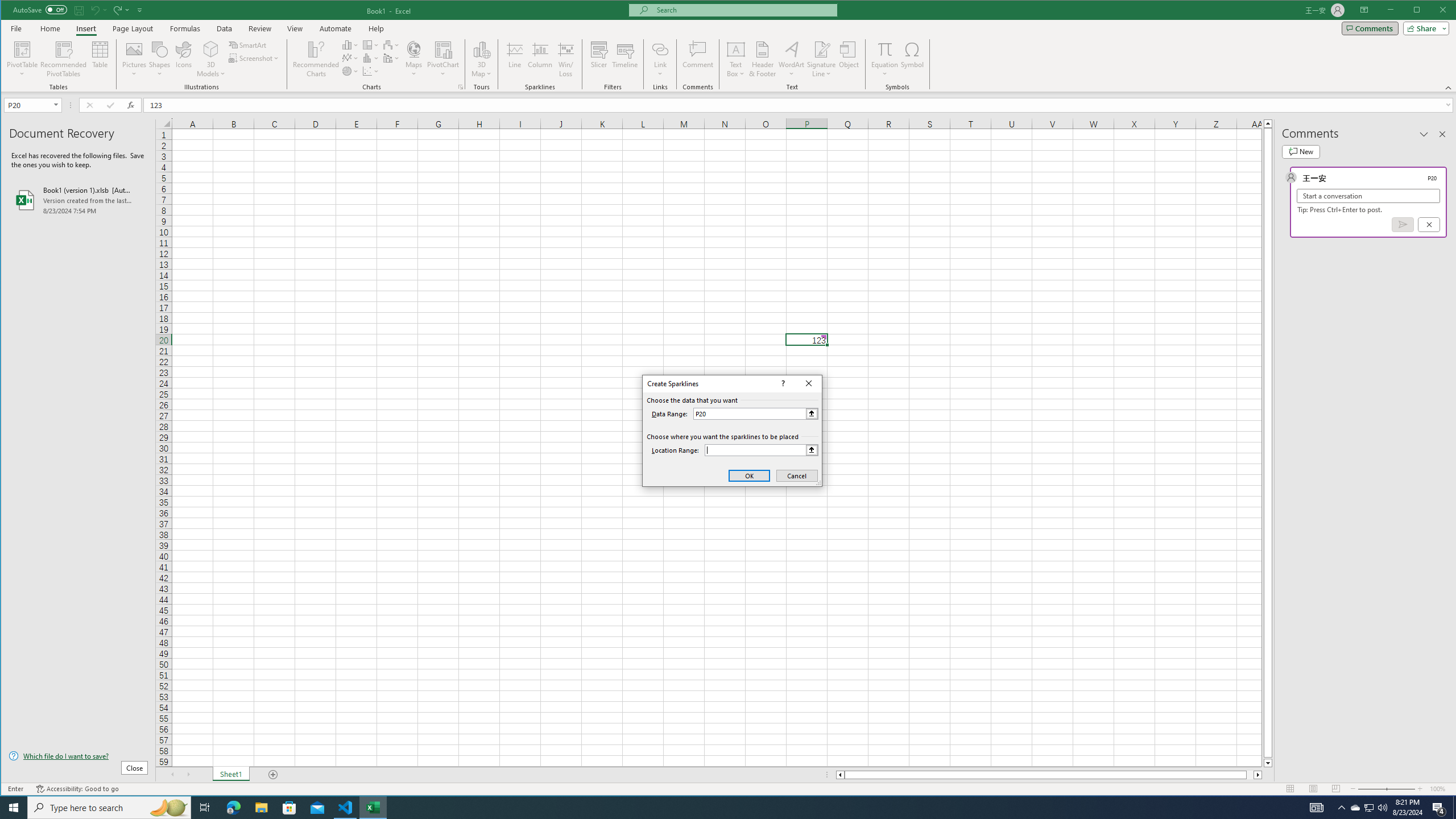 The height and width of the screenshot is (819, 1456). What do you see at coordinates (210, 48) in the screenshot?
I see `'3D Models'` at bounding box center [210, 48].